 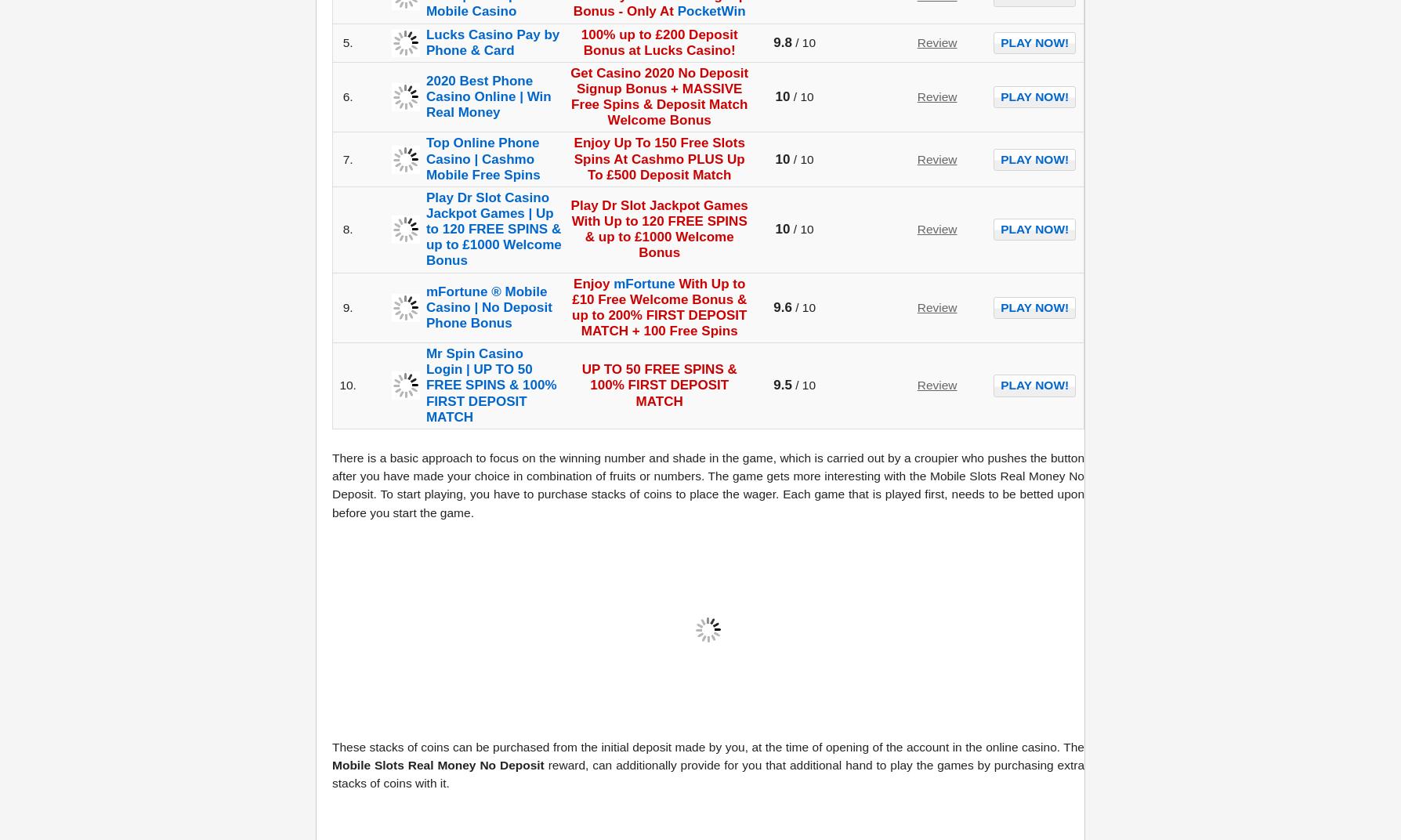 I want to click on '2020 Best Phone Casino Online | Win Real Money', so click(x=487, y=96).